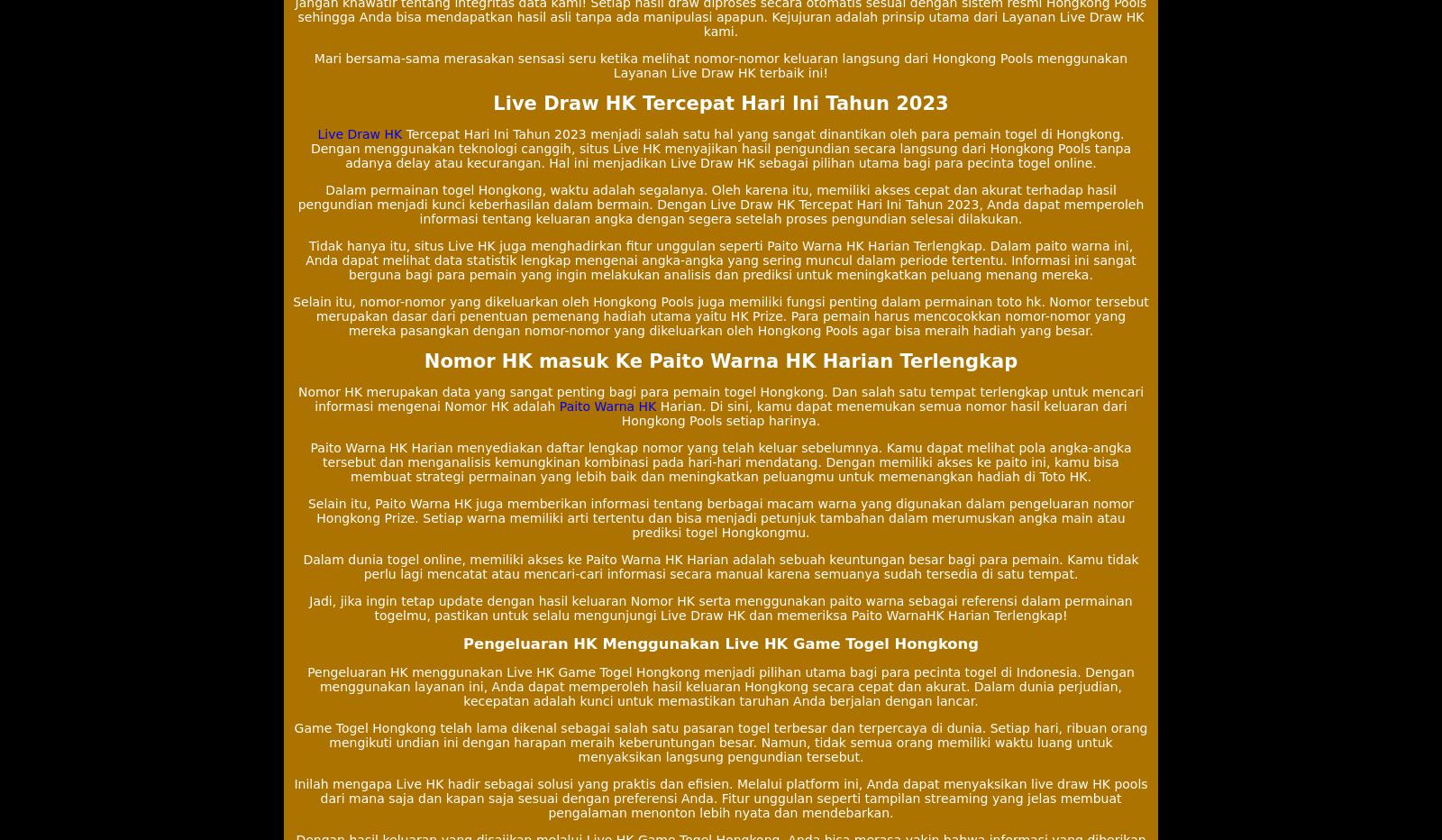  What do you see at coordinates (720, 518) in the screenshot?
I see `'Selain itu, Paito Warna HK juga memberikan informasi tentang berbagai macam warna yang digunakan dalam pengeluaran nomor Hongkong Prize. Setiap warna memiliki arti tertentu dan bisa menjadi petunjuk tambahan dalam merumuskan angka main atau prediksi togel Hongkongmu.'` at bounding box center [720, 518].